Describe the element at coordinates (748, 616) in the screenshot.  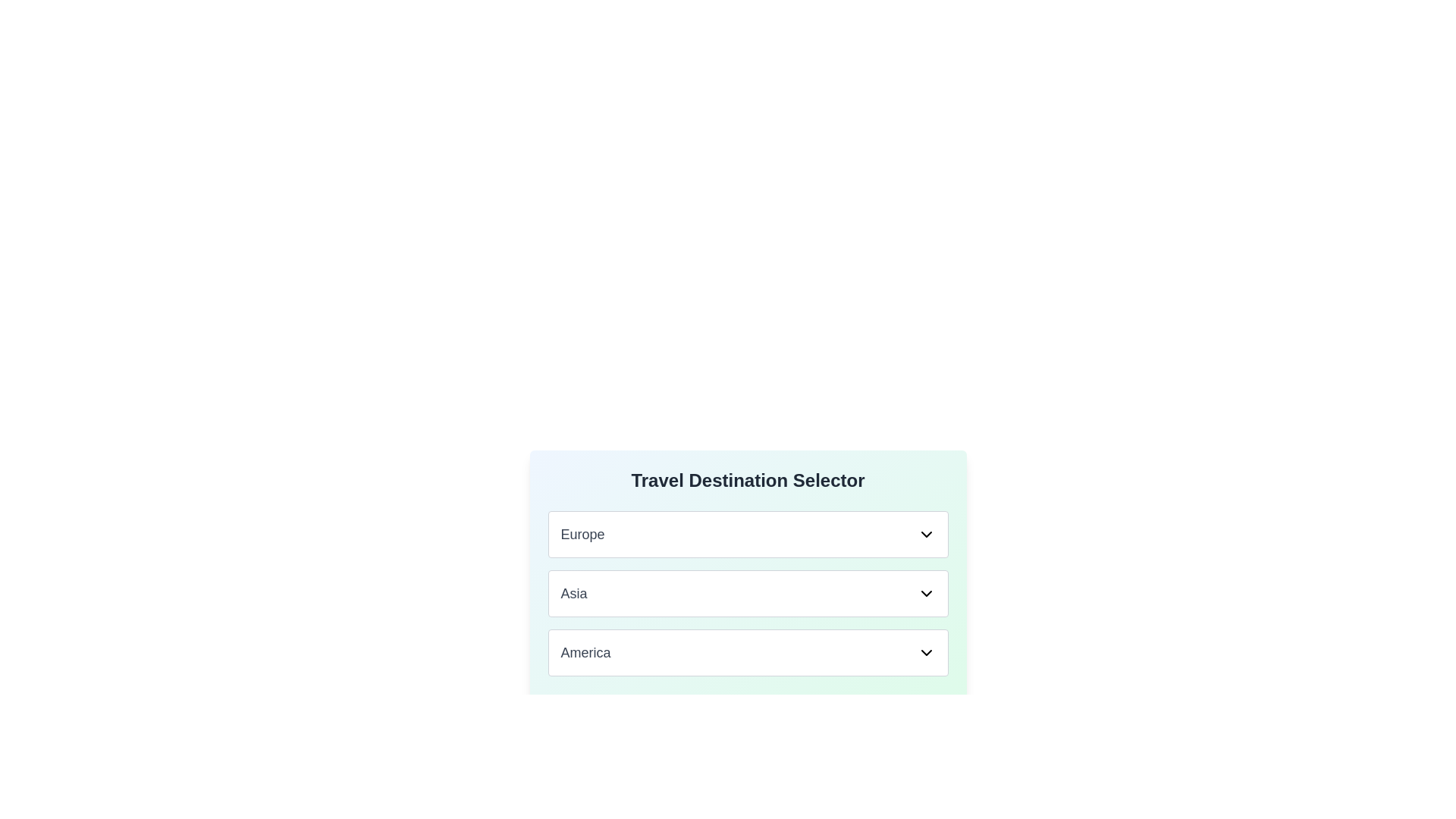
I see `the composite UI section for selecting travel destinations, which includes options for Europe, Asia, and America` at that location.